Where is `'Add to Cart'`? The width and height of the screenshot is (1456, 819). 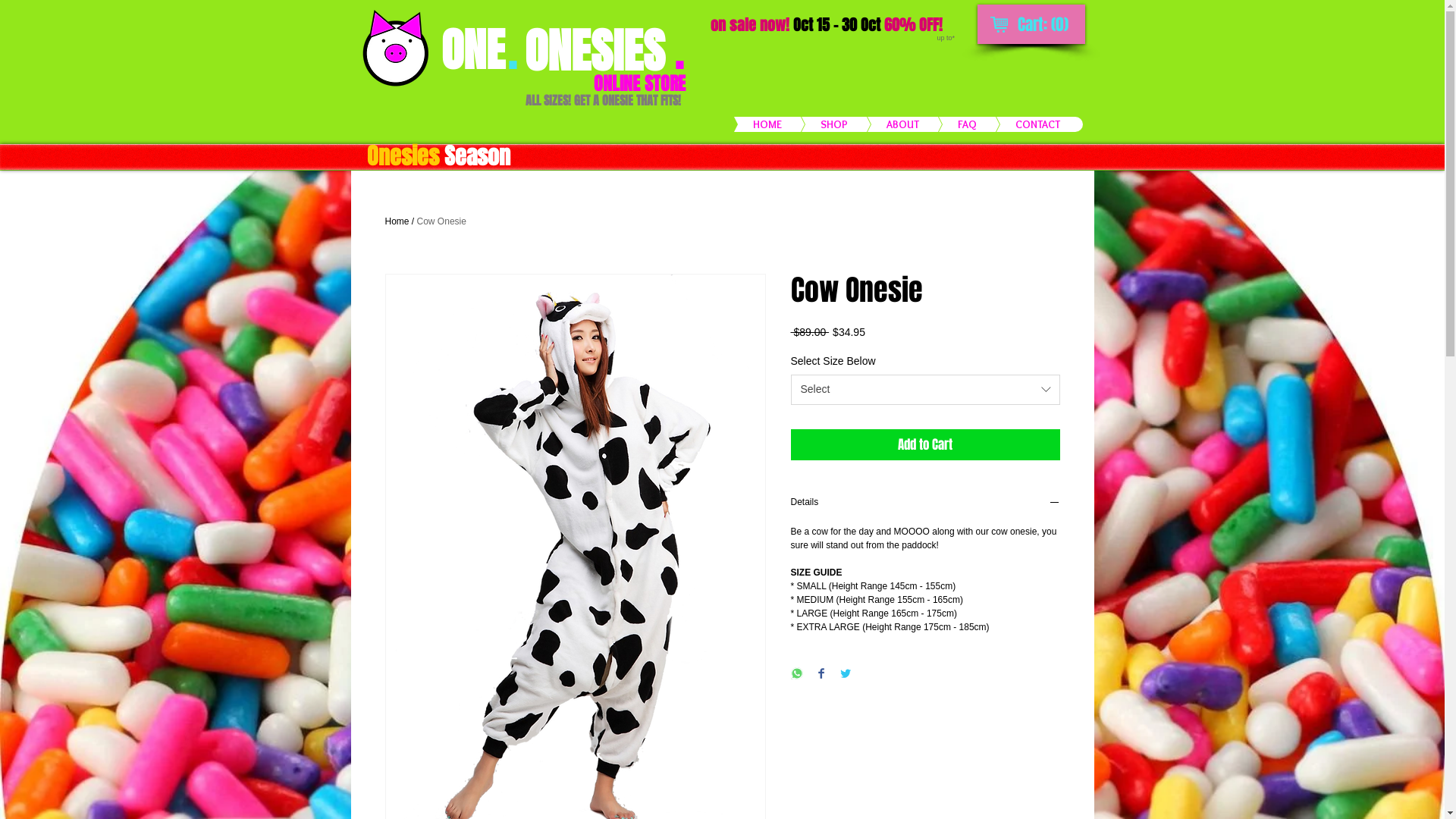 'Add to Cart' is located at coordinates (924, 444).